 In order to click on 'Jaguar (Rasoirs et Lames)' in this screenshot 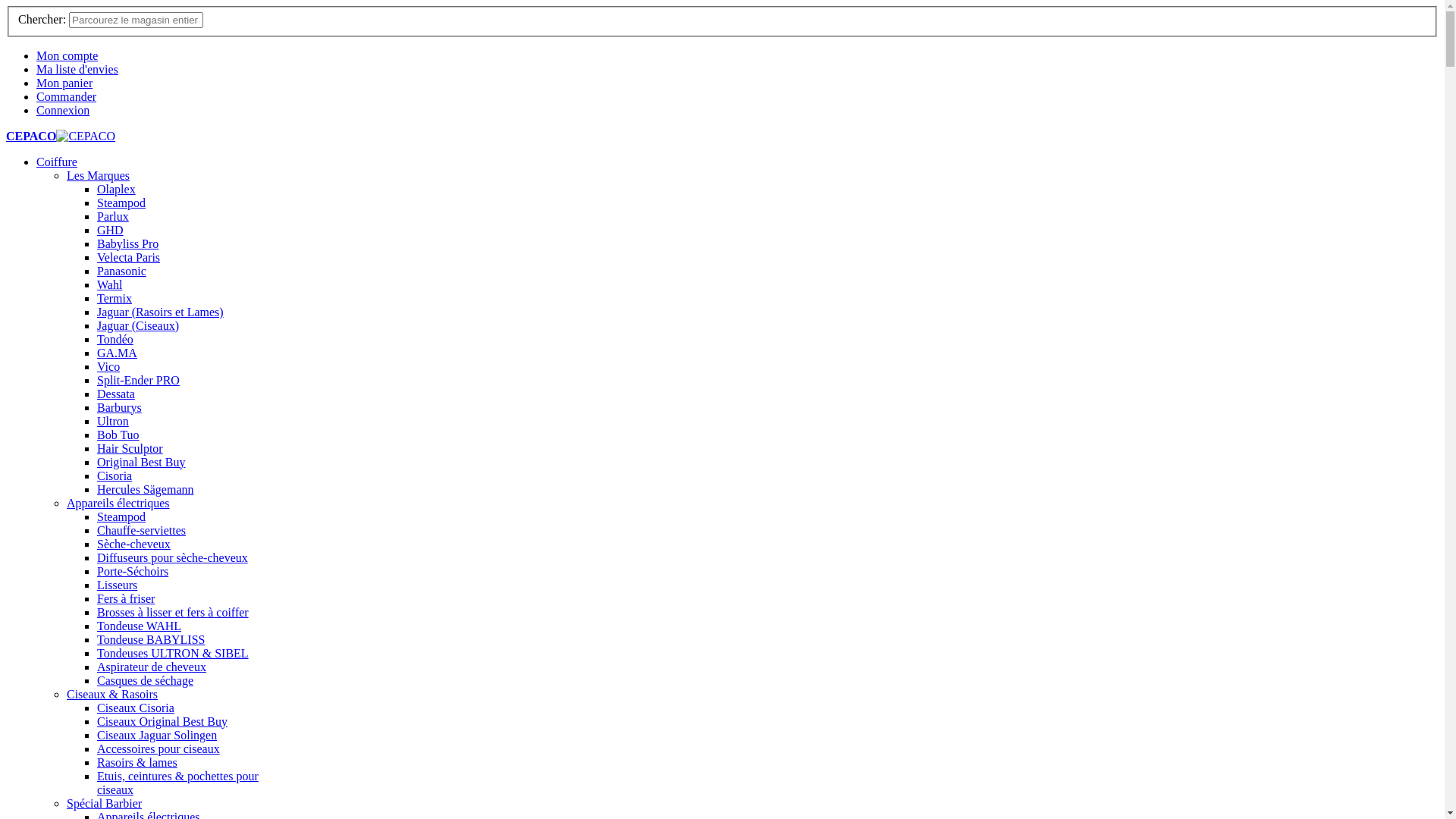, I will do `click(160, 311)`.